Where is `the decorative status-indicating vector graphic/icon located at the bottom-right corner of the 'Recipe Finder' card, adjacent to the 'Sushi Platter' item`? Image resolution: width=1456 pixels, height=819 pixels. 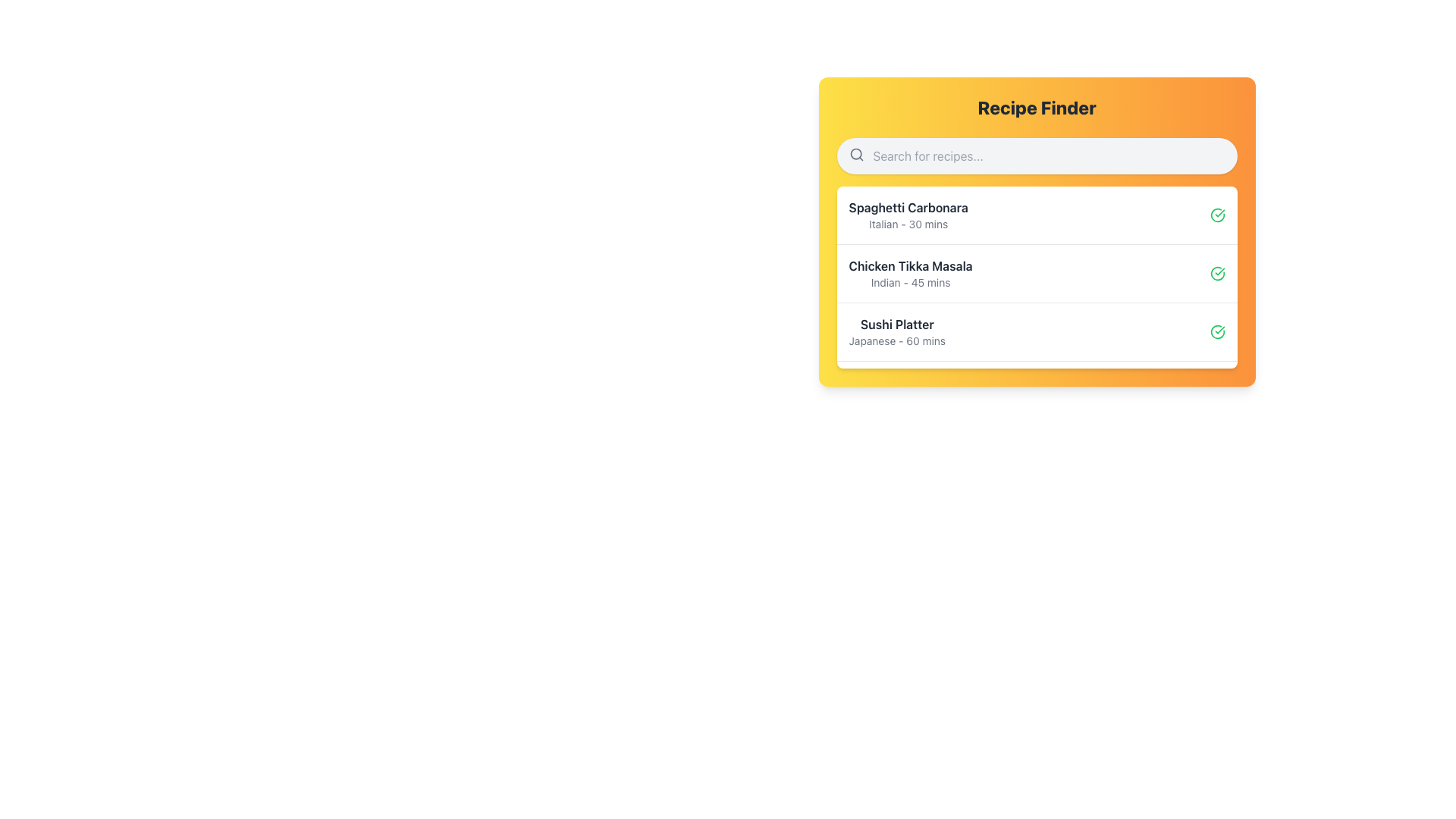
the decorative status-indicating vector graphic/icon located at the bottom-right corner of the 'Recipe Finder' card, adjacent to the 'Sushi Platter' item is located at coordinates (1217, 390).